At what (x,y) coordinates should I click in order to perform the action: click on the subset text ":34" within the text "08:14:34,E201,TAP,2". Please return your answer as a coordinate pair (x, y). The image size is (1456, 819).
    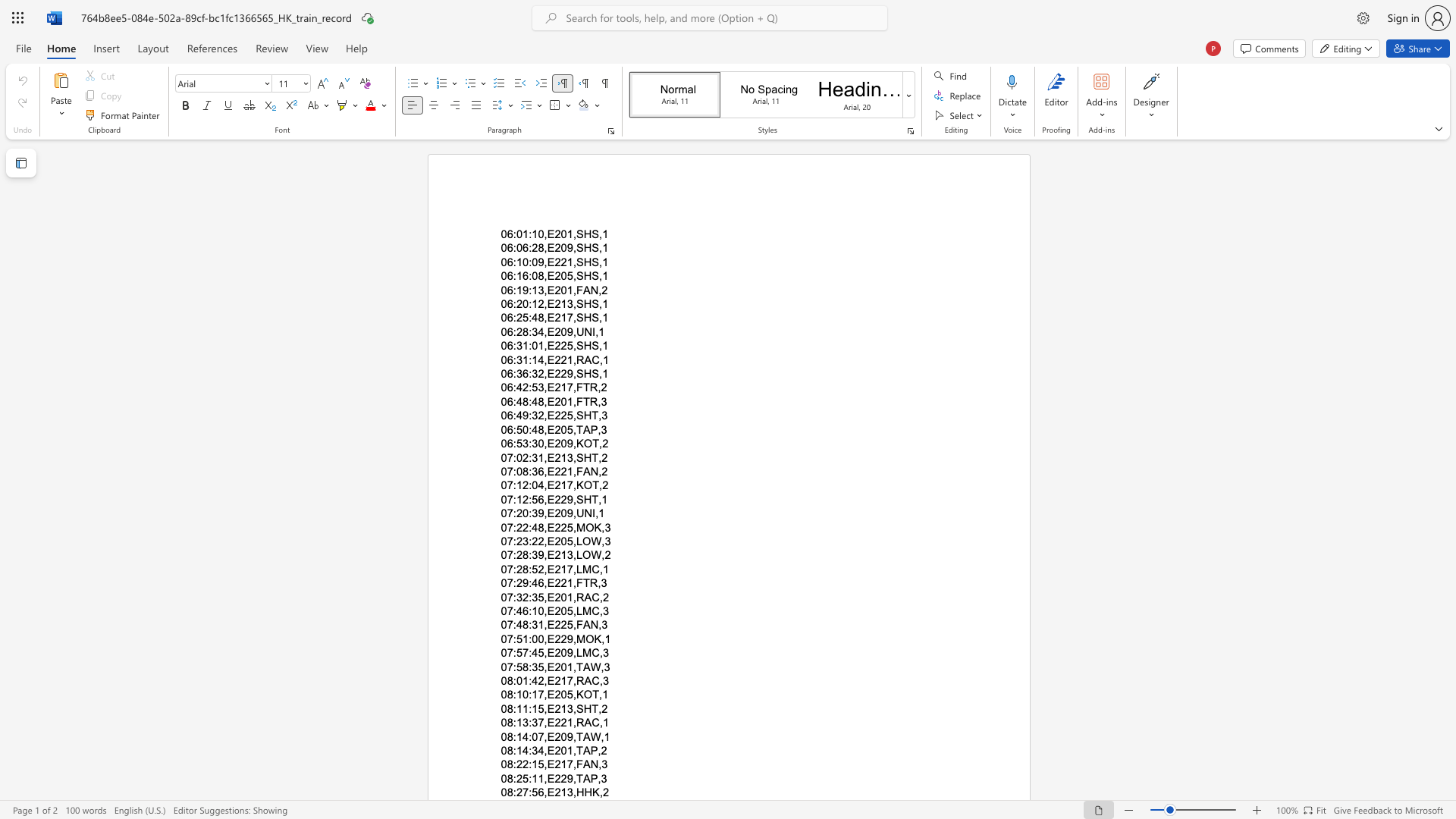
    Looking at the image, I should click on (529, 751).